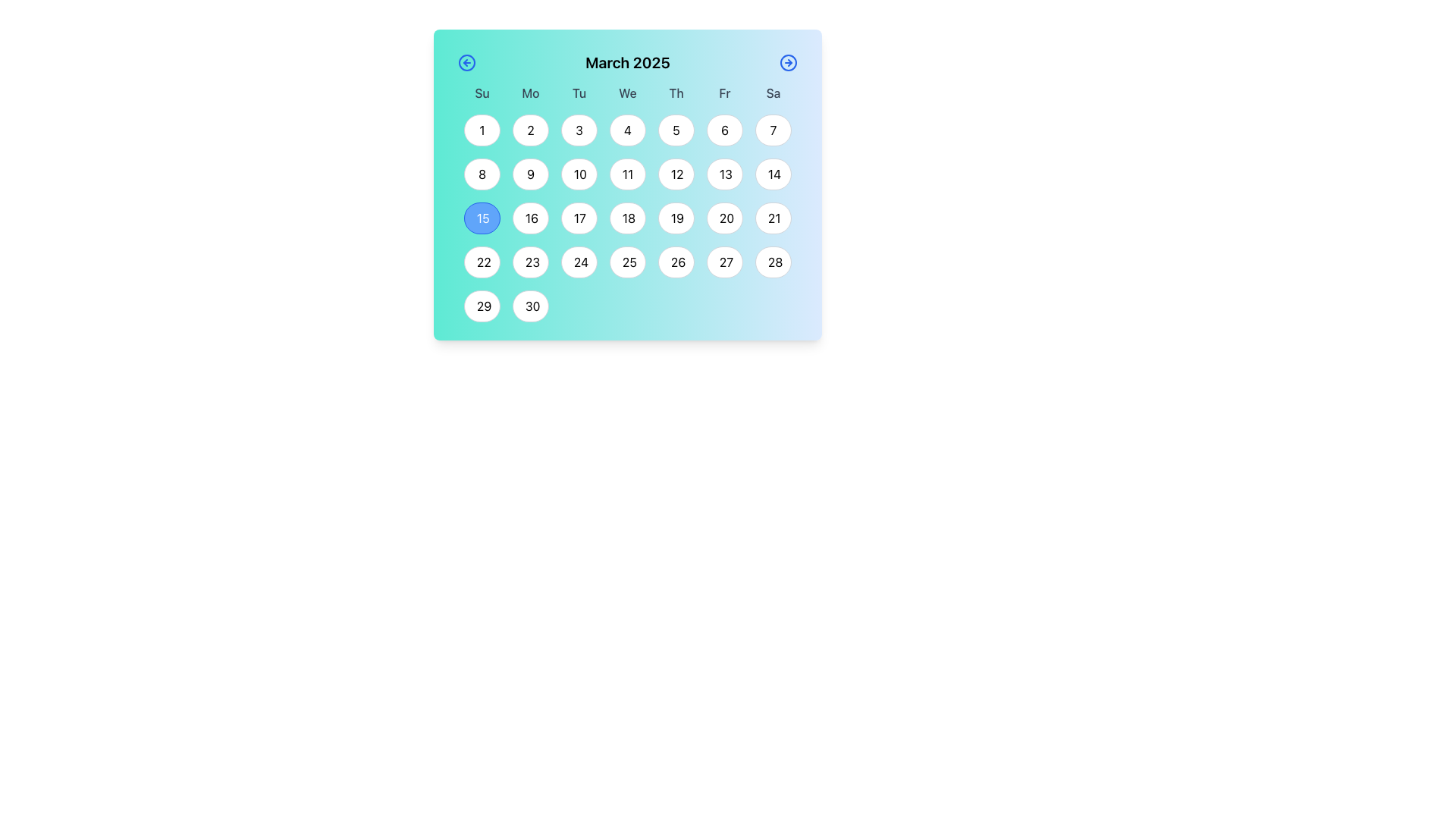 The height and width of the screenshot is (819, 1456). What do you see at coordinates (466, 62) in the screenshot?
I see `the back button icon located in the upper-left corner of the calendar interface` at bounding box center [466, 62].